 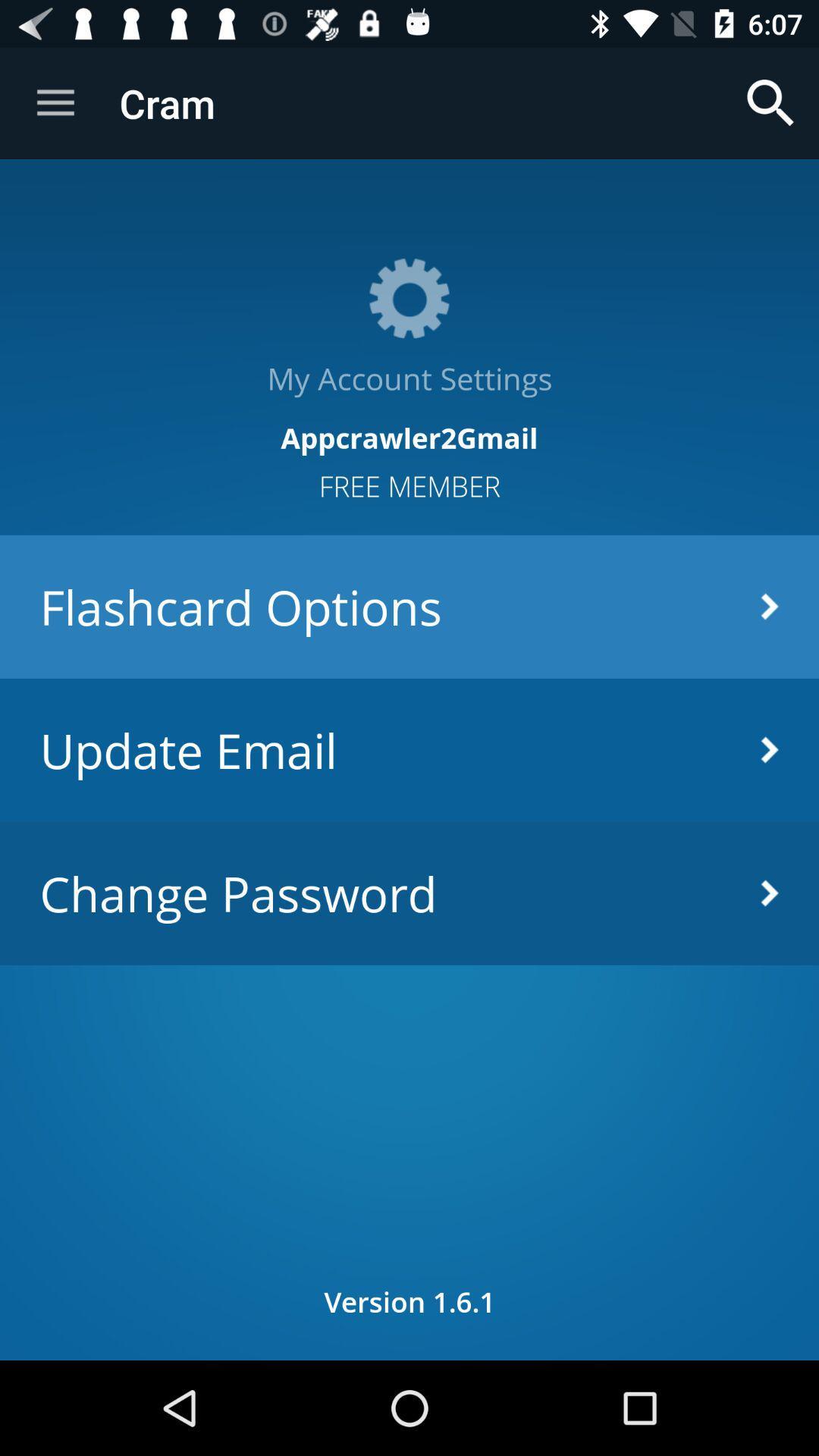 I want to click on the update email, so click(x=409, y=750).